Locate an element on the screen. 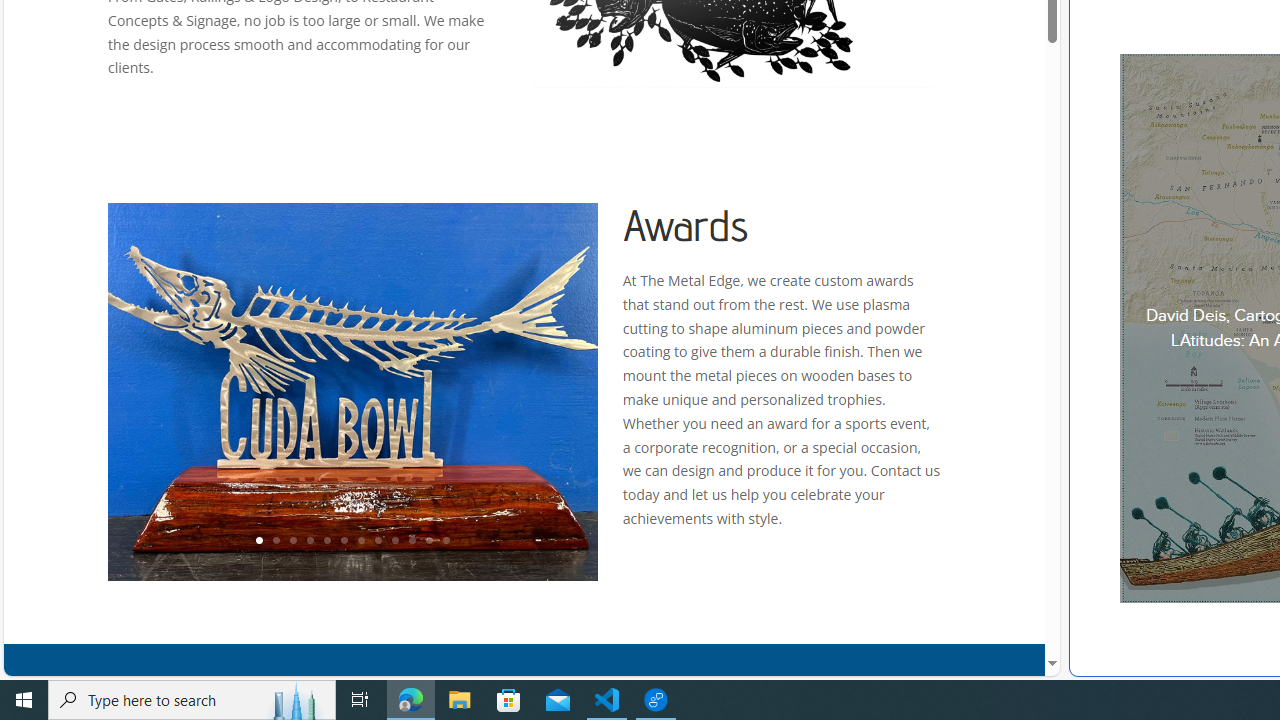 This screenshot has height=720, width=1280. '10' is located at coordinates (411, 541).